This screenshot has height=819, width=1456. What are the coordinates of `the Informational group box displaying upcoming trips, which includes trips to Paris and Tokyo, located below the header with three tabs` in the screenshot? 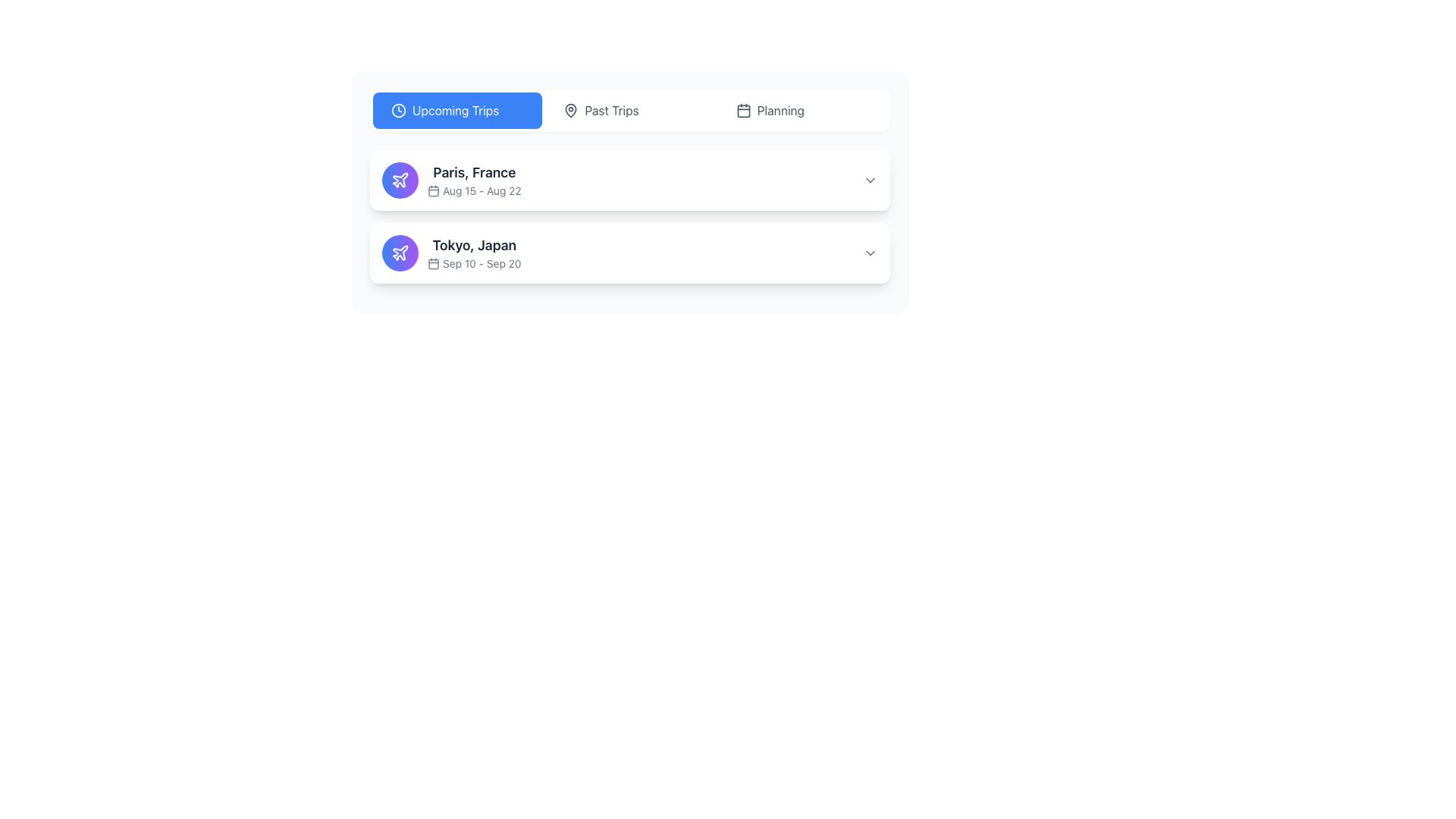 It's located at (629, 216).